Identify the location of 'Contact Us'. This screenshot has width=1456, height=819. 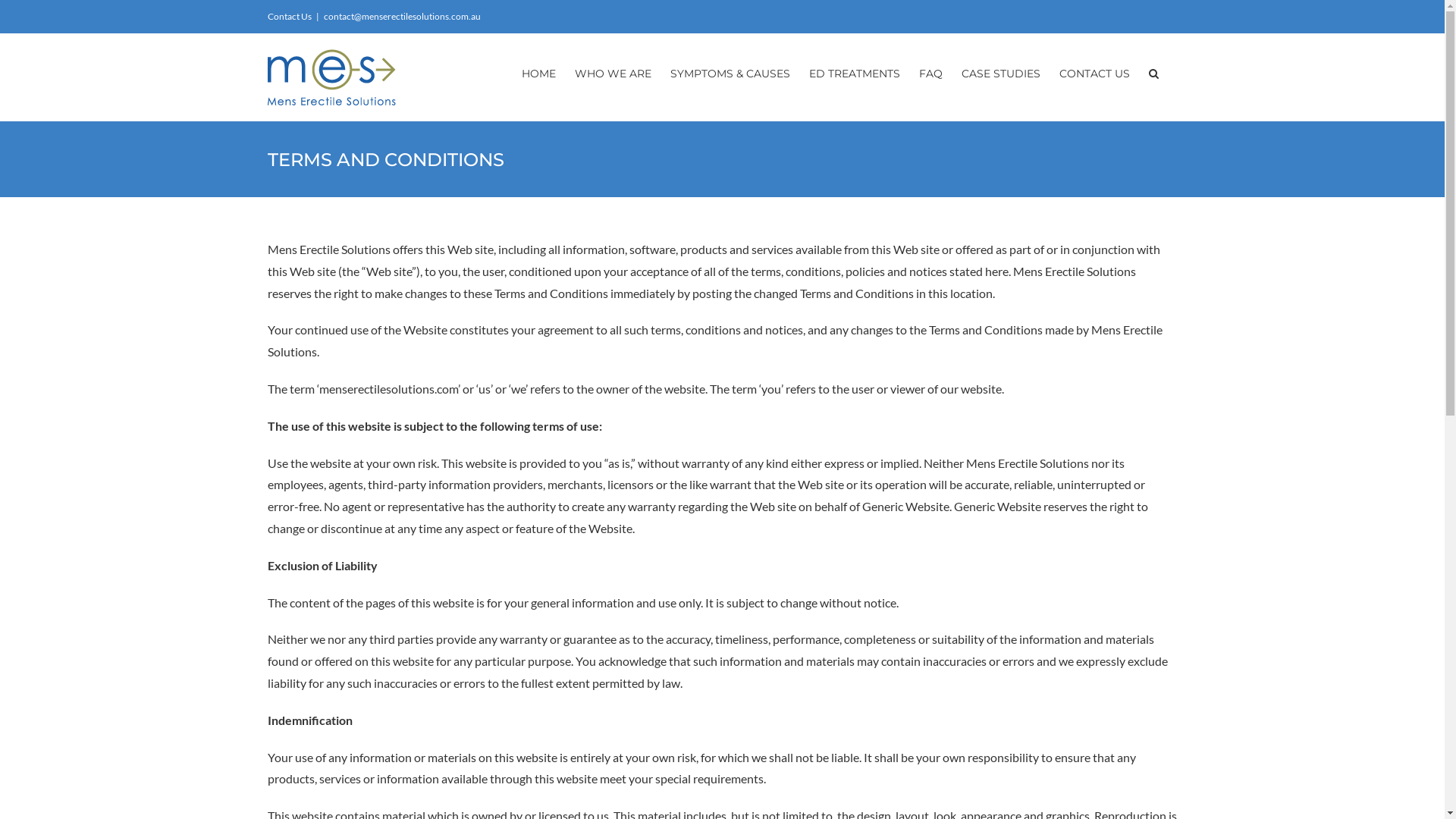
(288, 16).